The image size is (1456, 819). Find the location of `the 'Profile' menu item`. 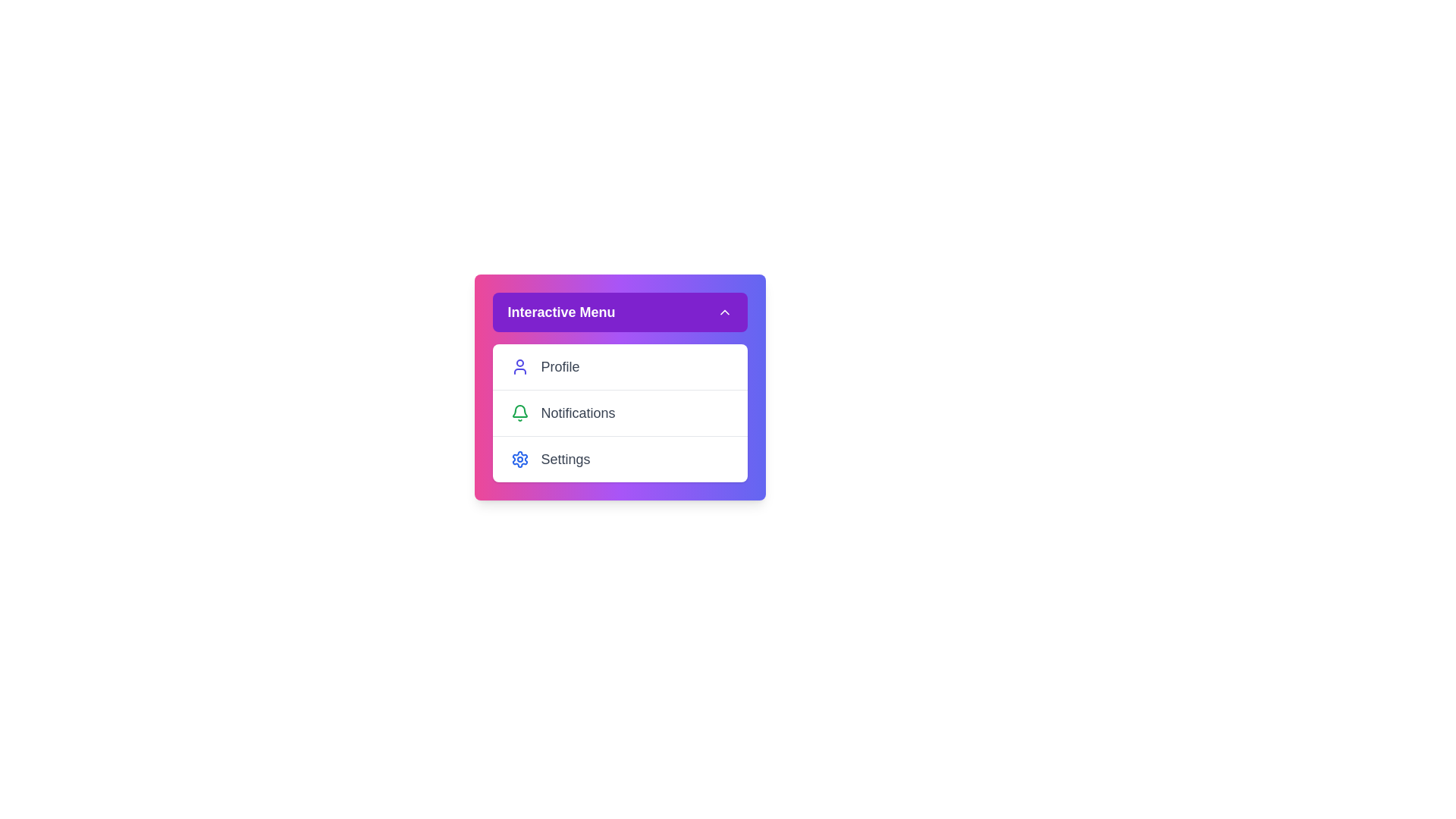

the 'Profile' menu item is located at coordinates (620, 366).